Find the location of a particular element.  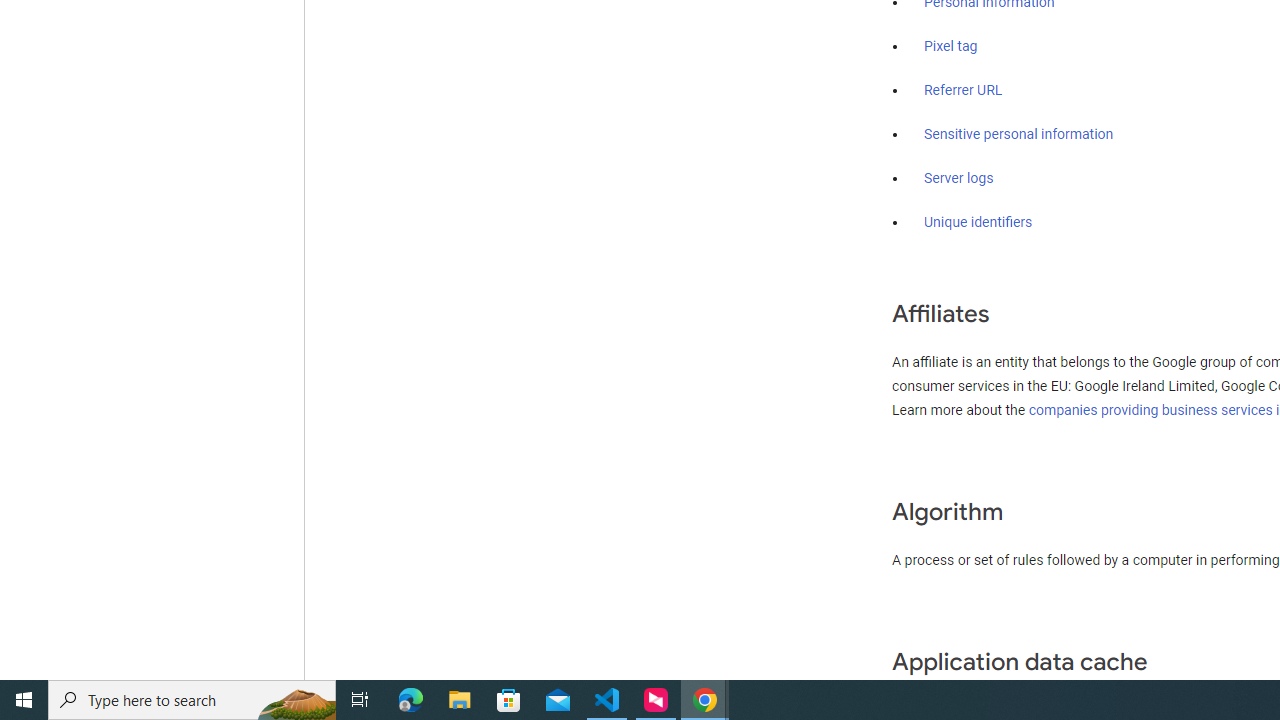

'Referrer URL' is located at coordinates (963, 91).